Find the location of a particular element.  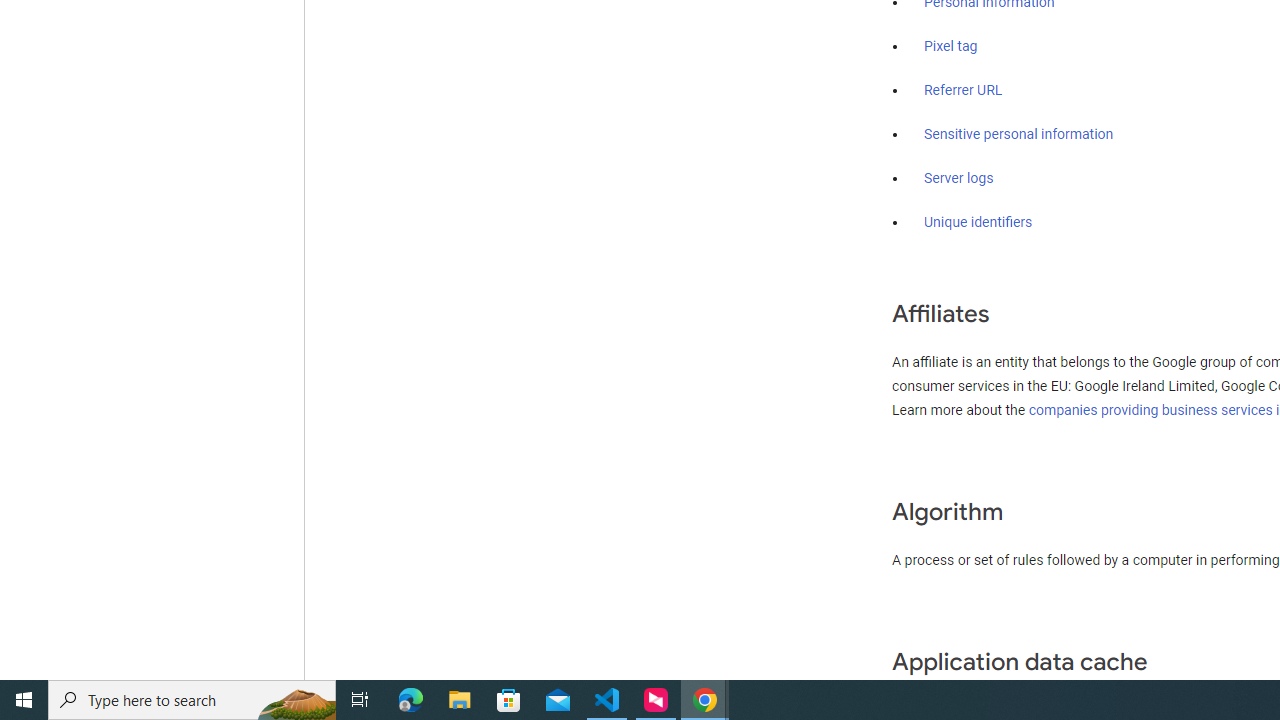

'Referrer URL' is located at coordinates (963, 91).